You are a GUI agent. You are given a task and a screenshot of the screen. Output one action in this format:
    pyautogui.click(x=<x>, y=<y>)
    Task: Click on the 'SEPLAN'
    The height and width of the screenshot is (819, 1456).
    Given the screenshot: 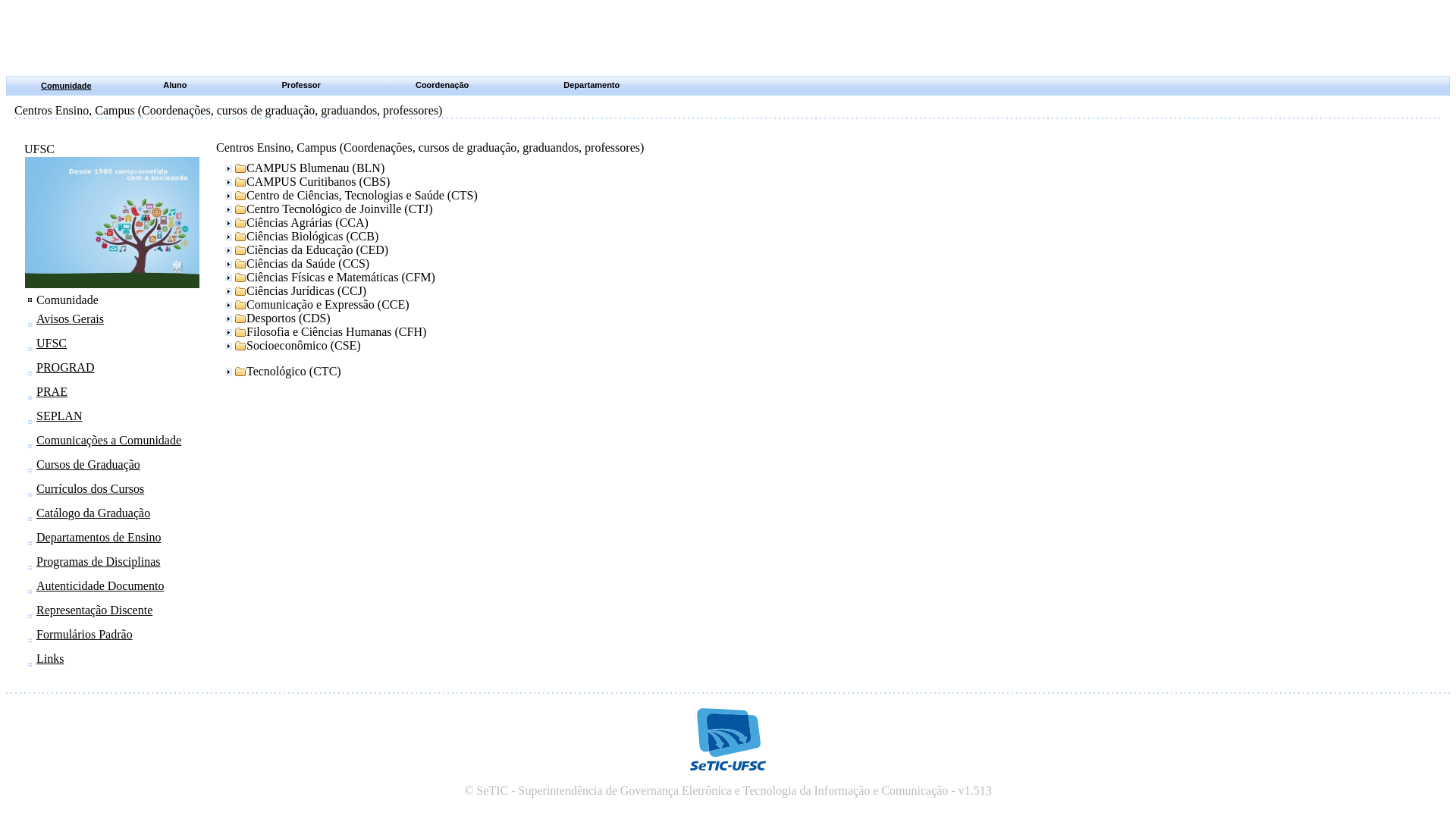 What is the action you would take?
    pyautogui.click(x=58, y=416)
    